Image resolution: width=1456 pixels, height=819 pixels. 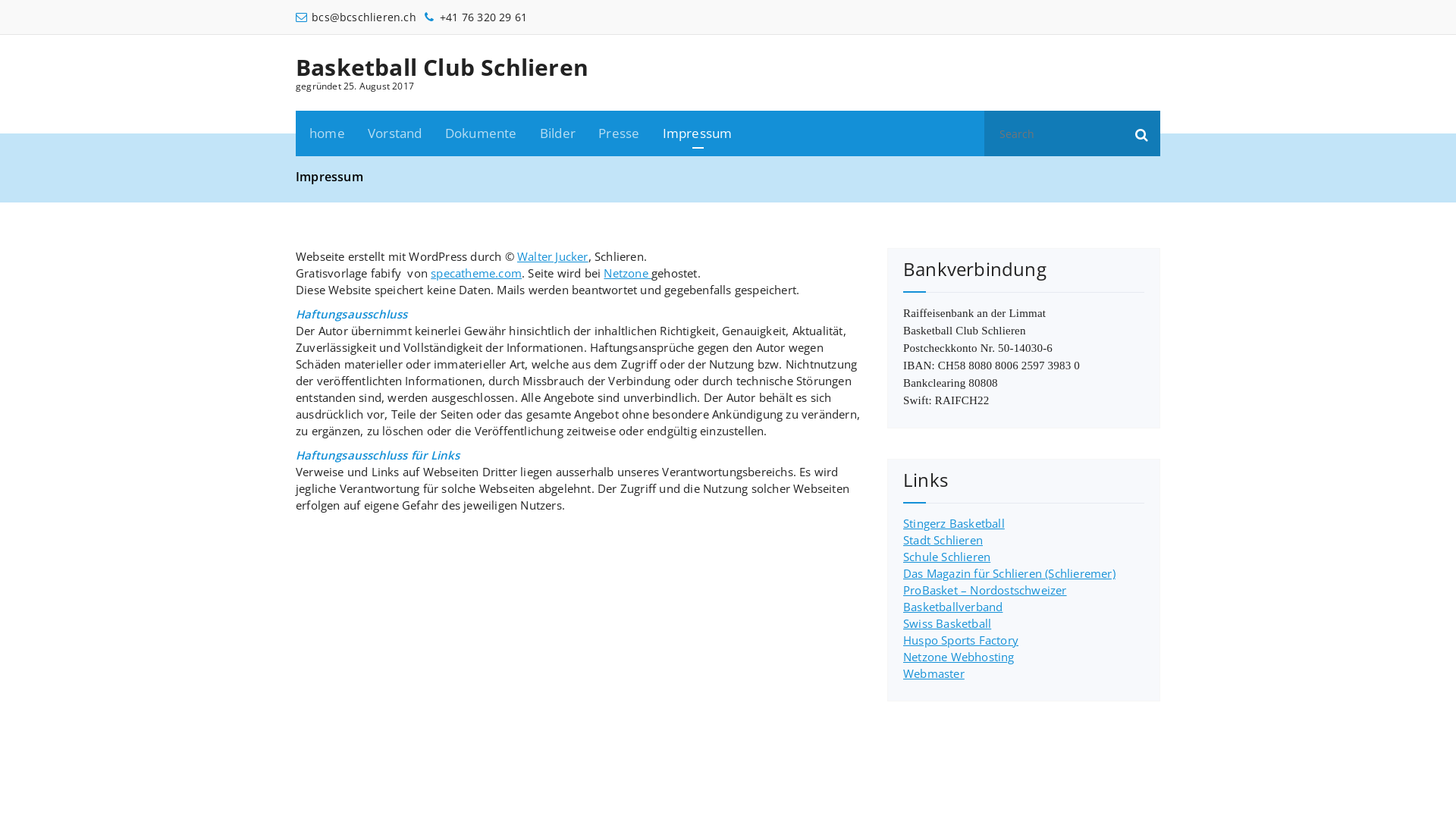 I want to click on 'Stadt Schlieren', so click(x=942, y=539).